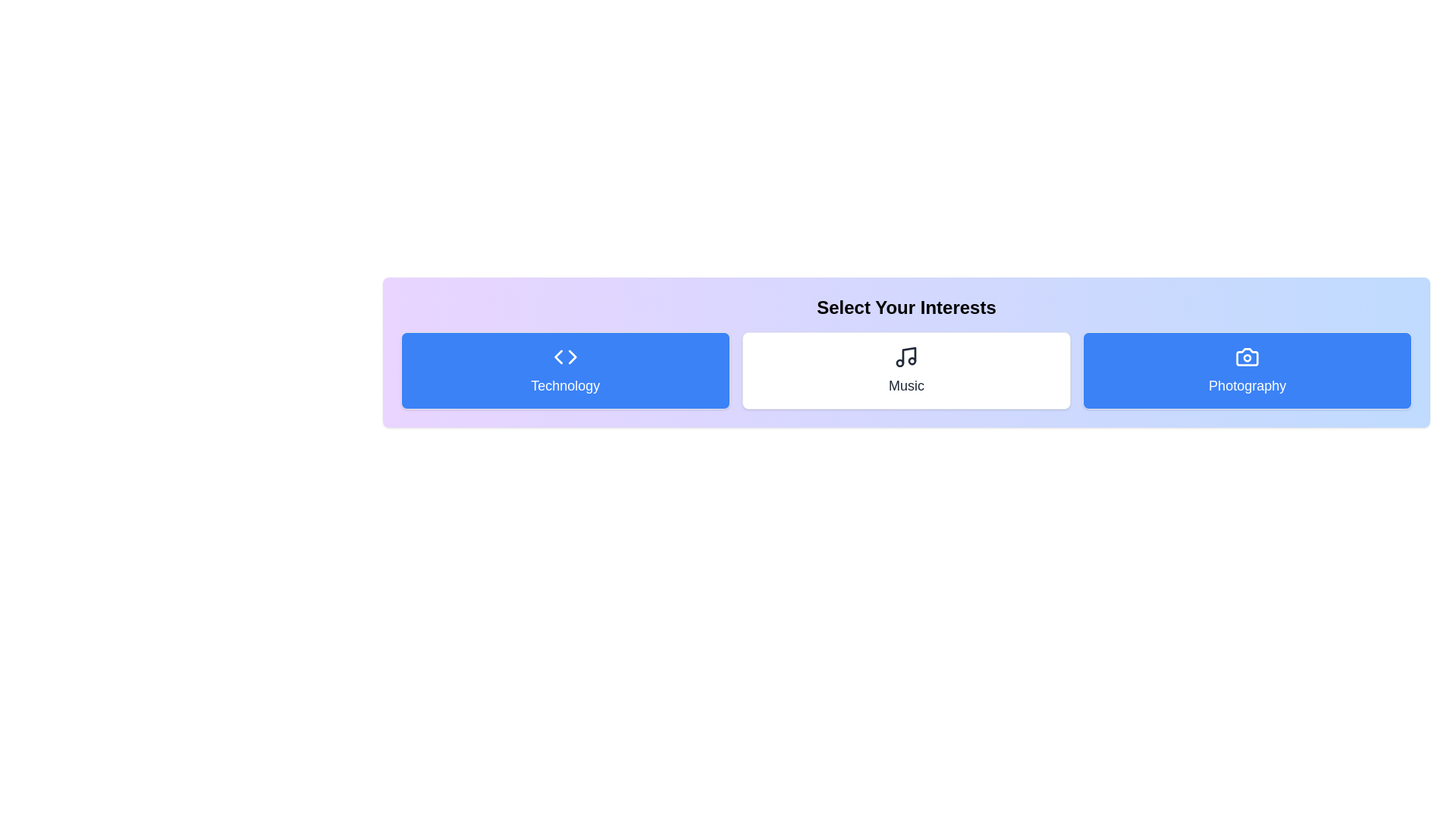  I want to click on the category button corresponding to Music, so click(906, 371).